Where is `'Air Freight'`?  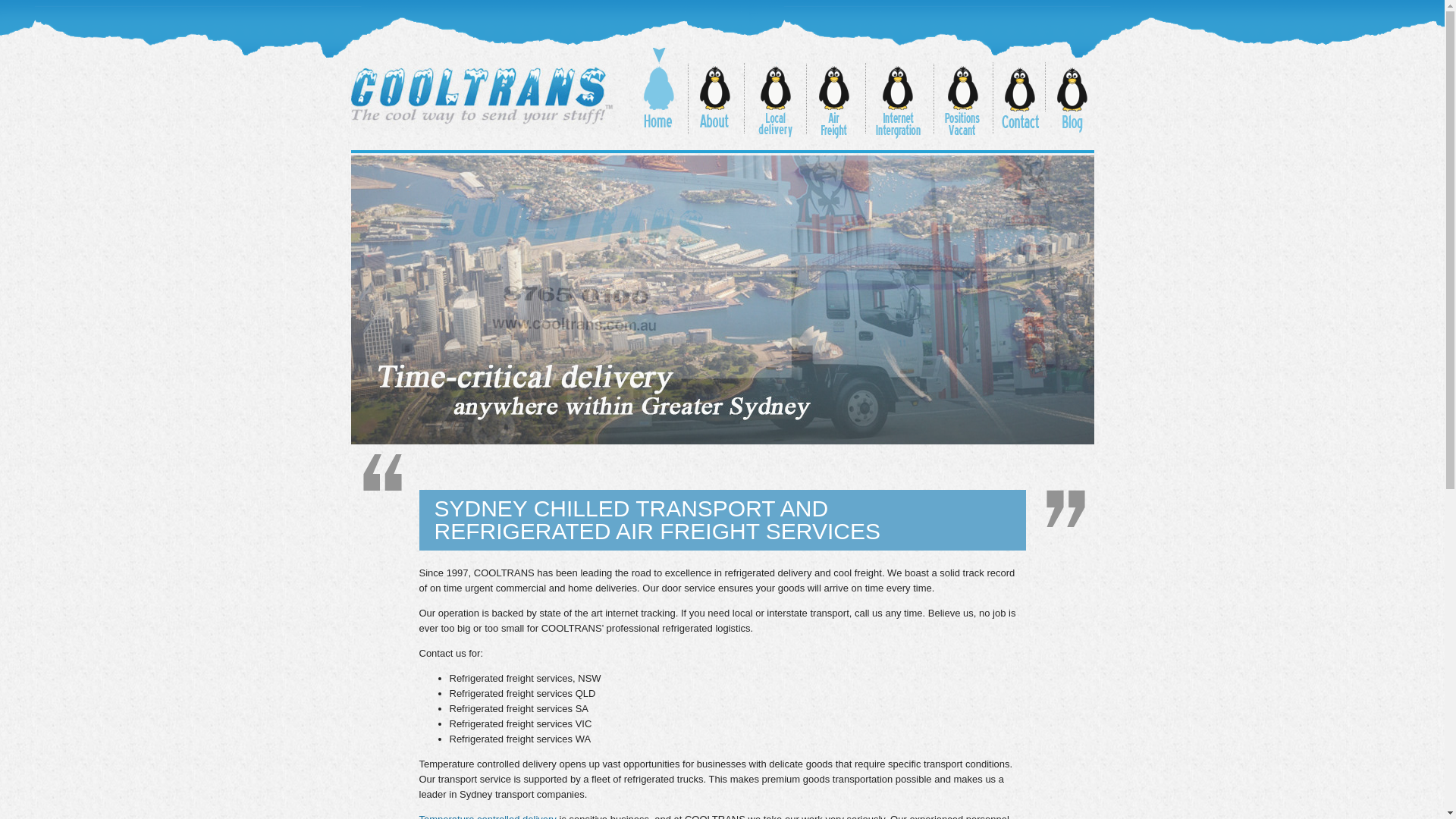
'Air Freight' is located at coordinates (833, 93).